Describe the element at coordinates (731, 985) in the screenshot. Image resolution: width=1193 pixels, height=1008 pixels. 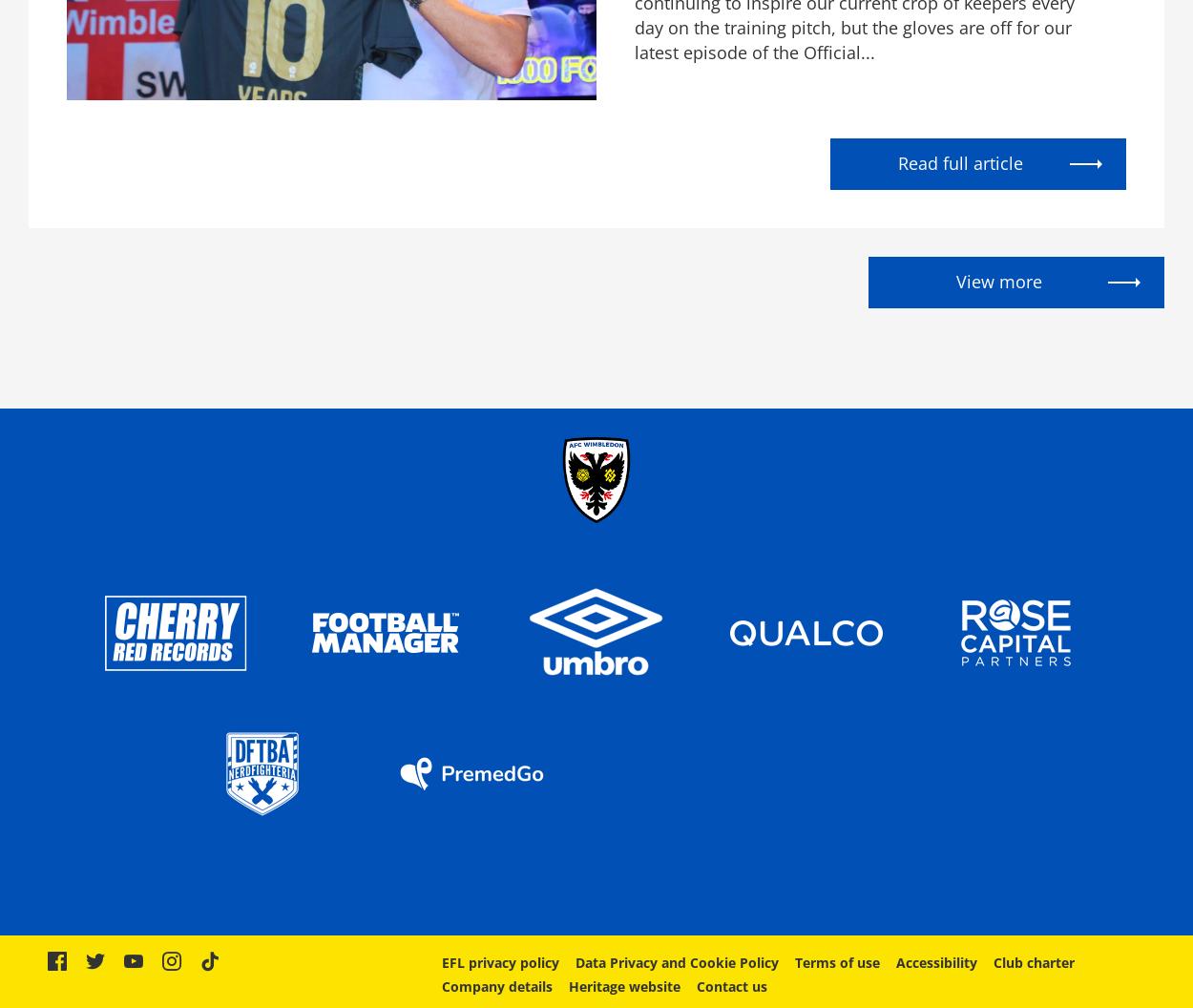
I see `'Contact us'` at that location.